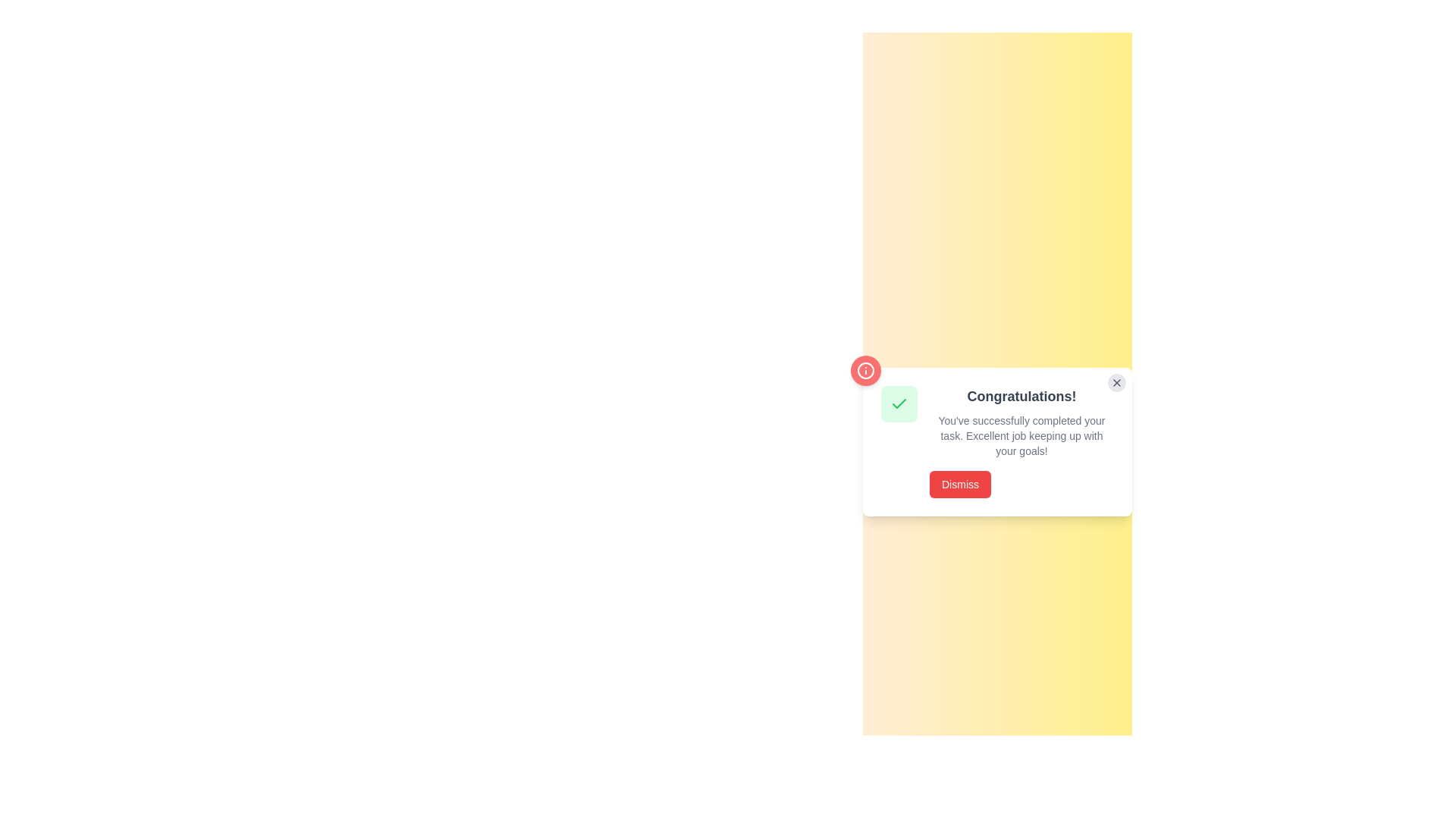  I want to click on the close icon located at the top-right corner of the notification card, so click(1117, 382).